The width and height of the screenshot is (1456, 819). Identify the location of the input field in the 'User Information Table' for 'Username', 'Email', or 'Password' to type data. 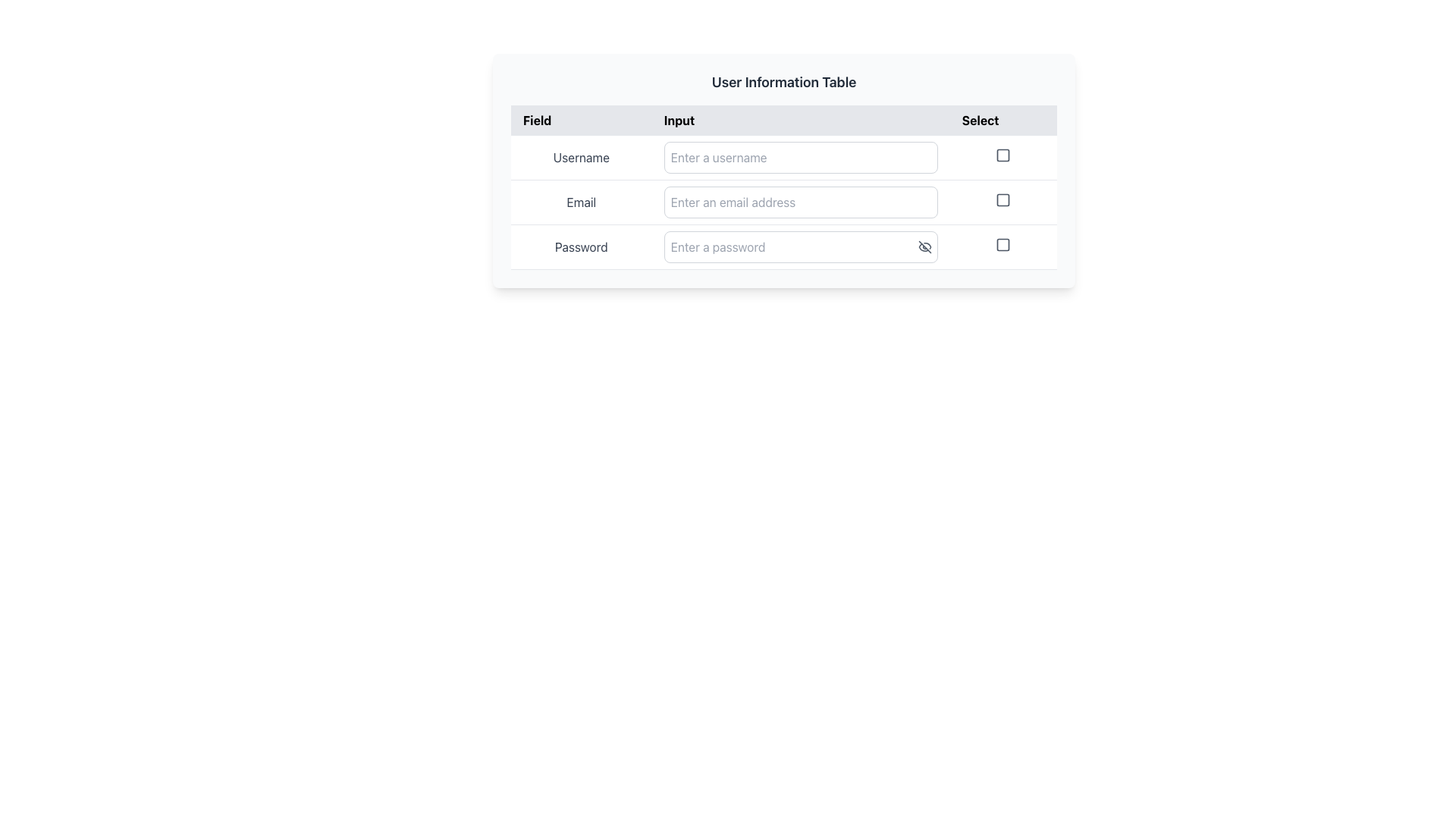
(783, 201).